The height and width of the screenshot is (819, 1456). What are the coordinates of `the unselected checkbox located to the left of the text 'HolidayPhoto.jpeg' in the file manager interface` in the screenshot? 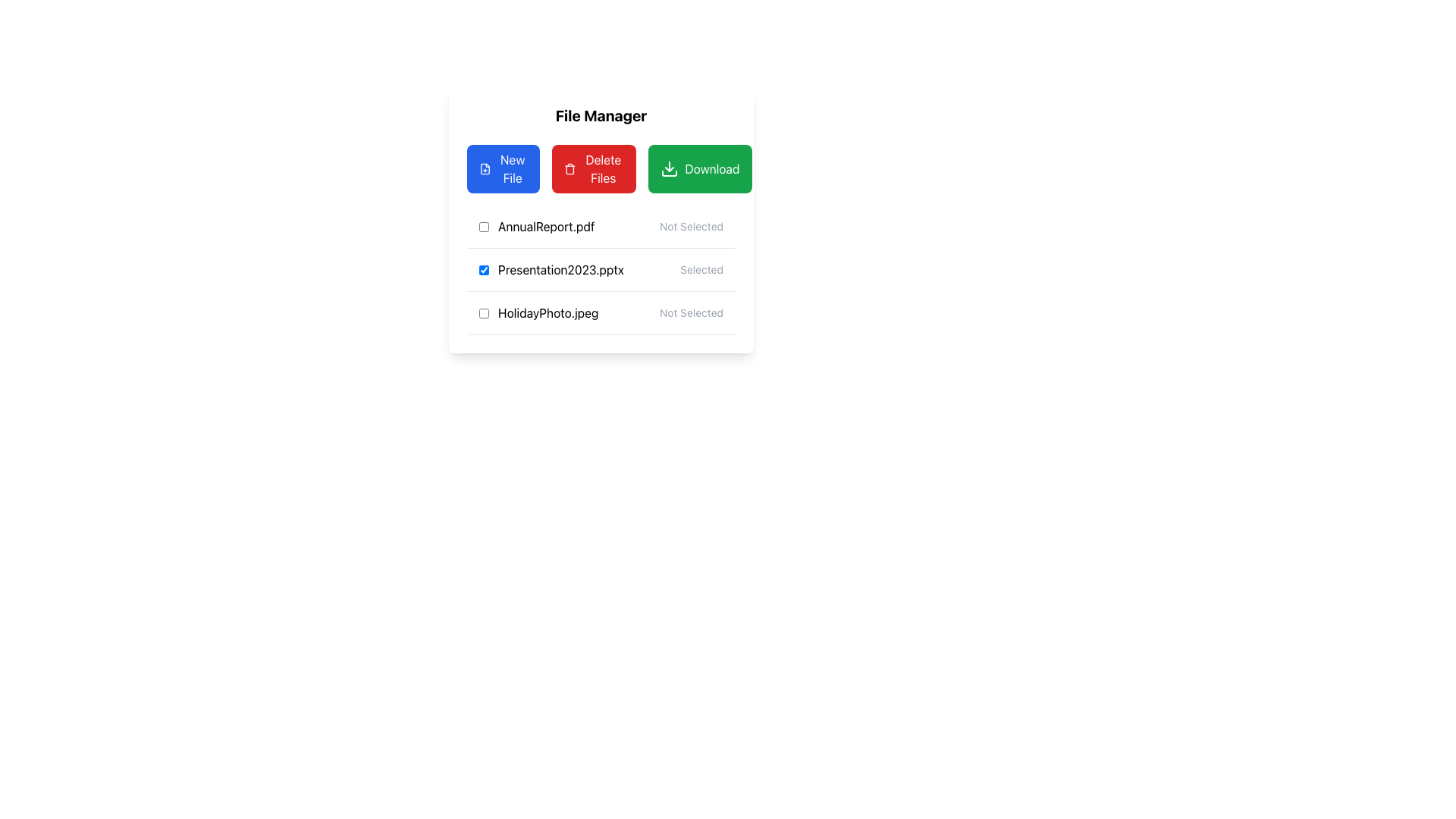 It's located at (483, 312).